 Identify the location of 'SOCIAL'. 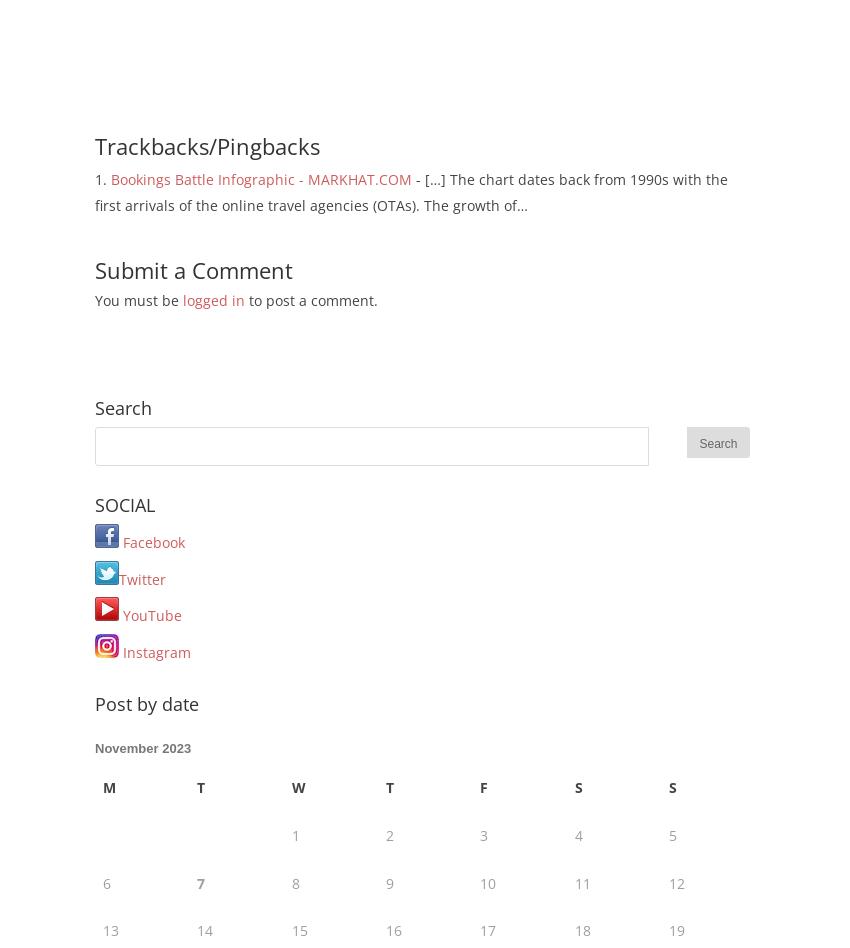
(94, 503).